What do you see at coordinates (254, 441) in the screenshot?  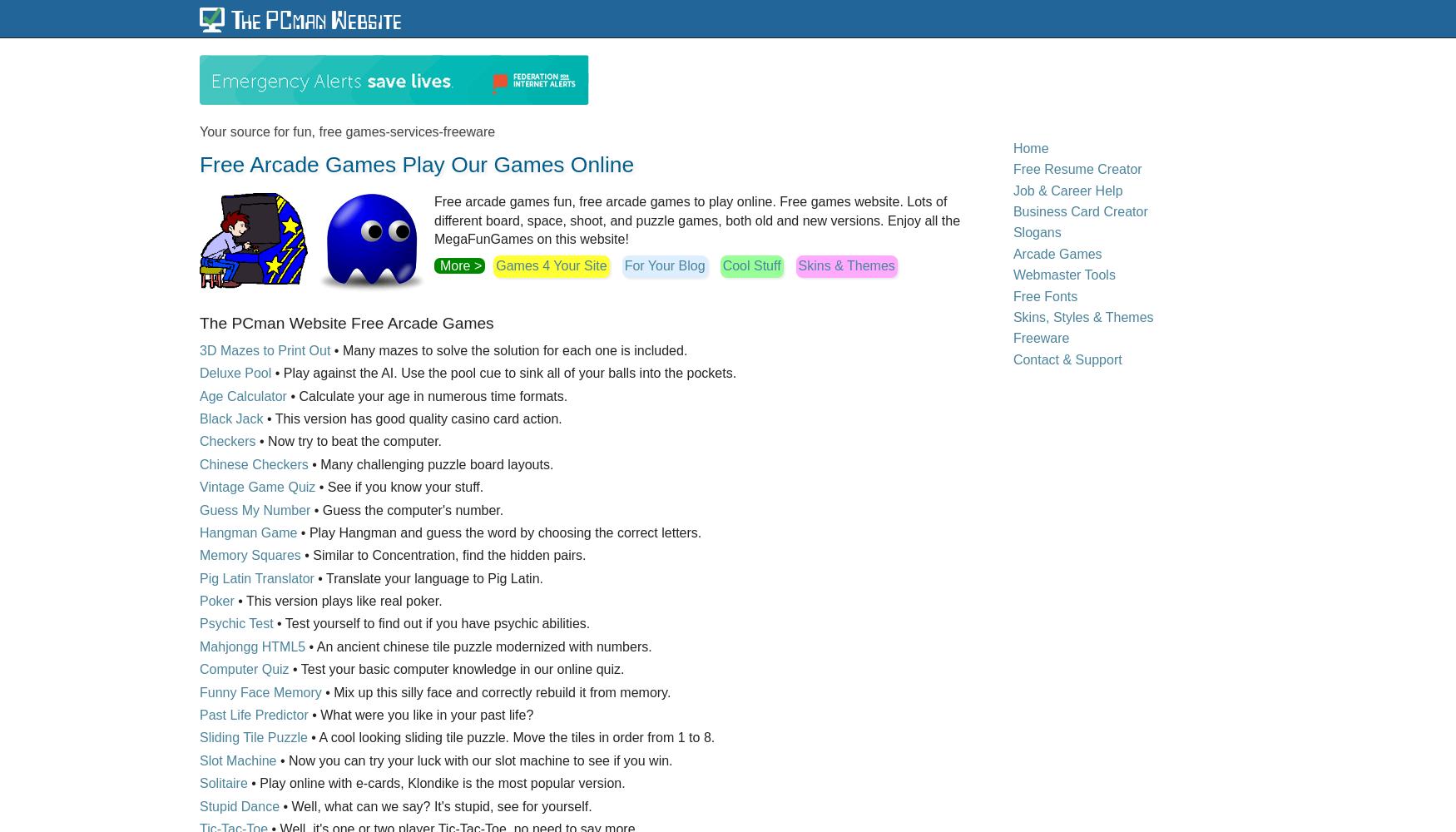 I see `'• Now try to beat the computer.'` at bounding box center [254, 441].